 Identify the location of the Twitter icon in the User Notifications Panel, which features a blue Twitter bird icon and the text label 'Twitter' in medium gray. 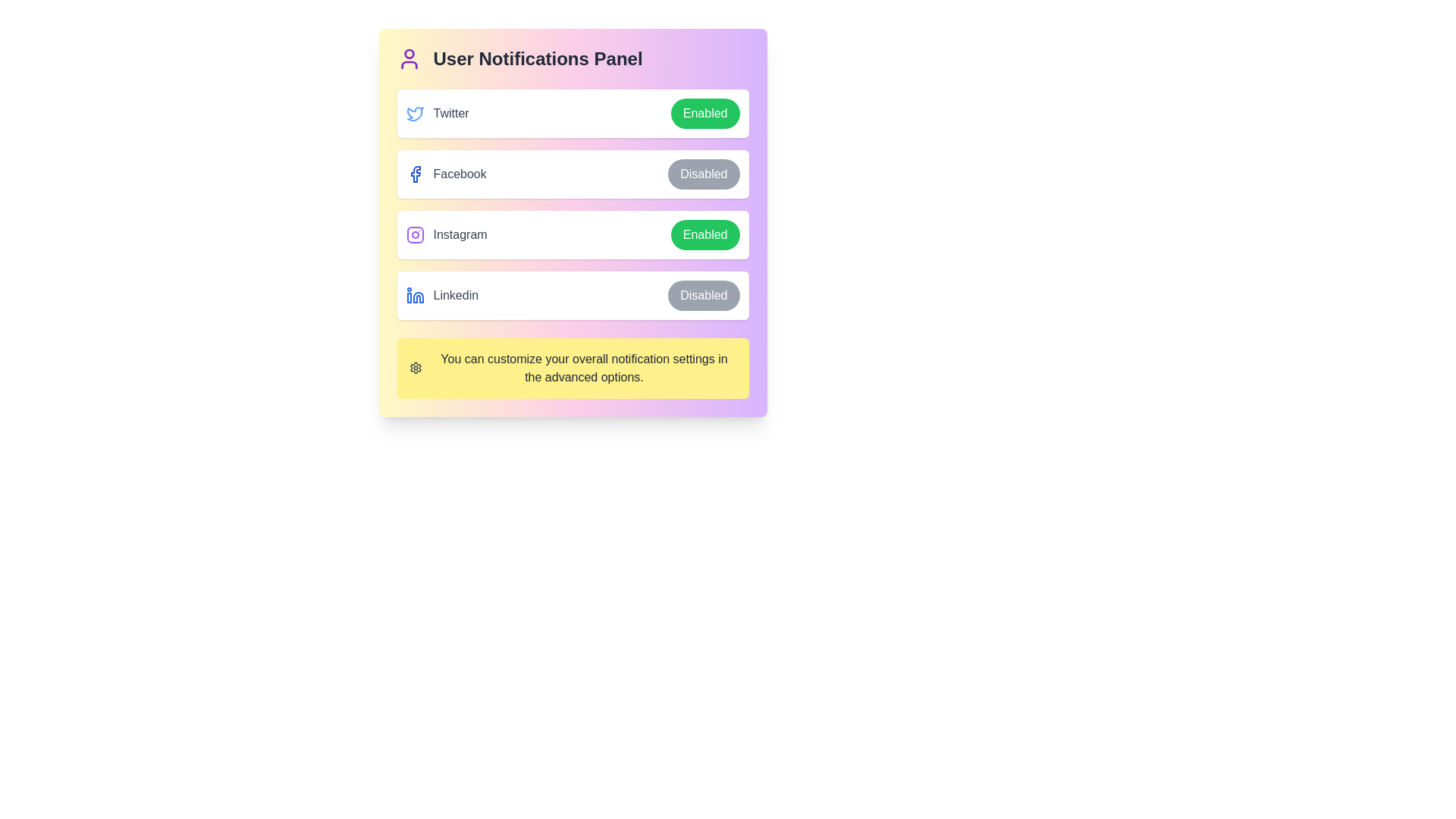
(437, 113).